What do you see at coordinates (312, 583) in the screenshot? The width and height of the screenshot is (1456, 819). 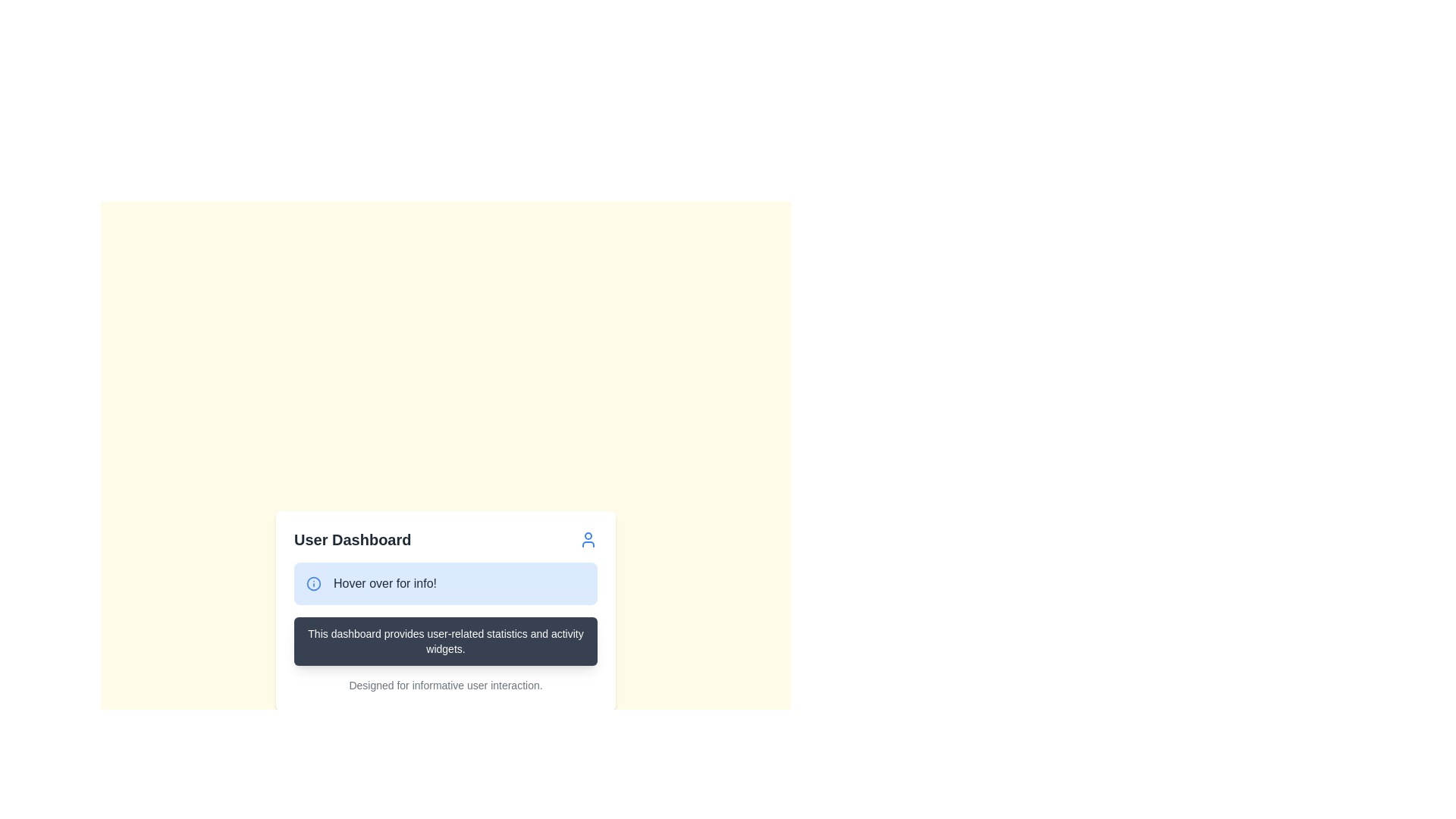 I see `the SVG circle element, which is part of an icon with a blue stroke, located to the left of the 'Hover over for info!' message` at bounding box center [312, 583].